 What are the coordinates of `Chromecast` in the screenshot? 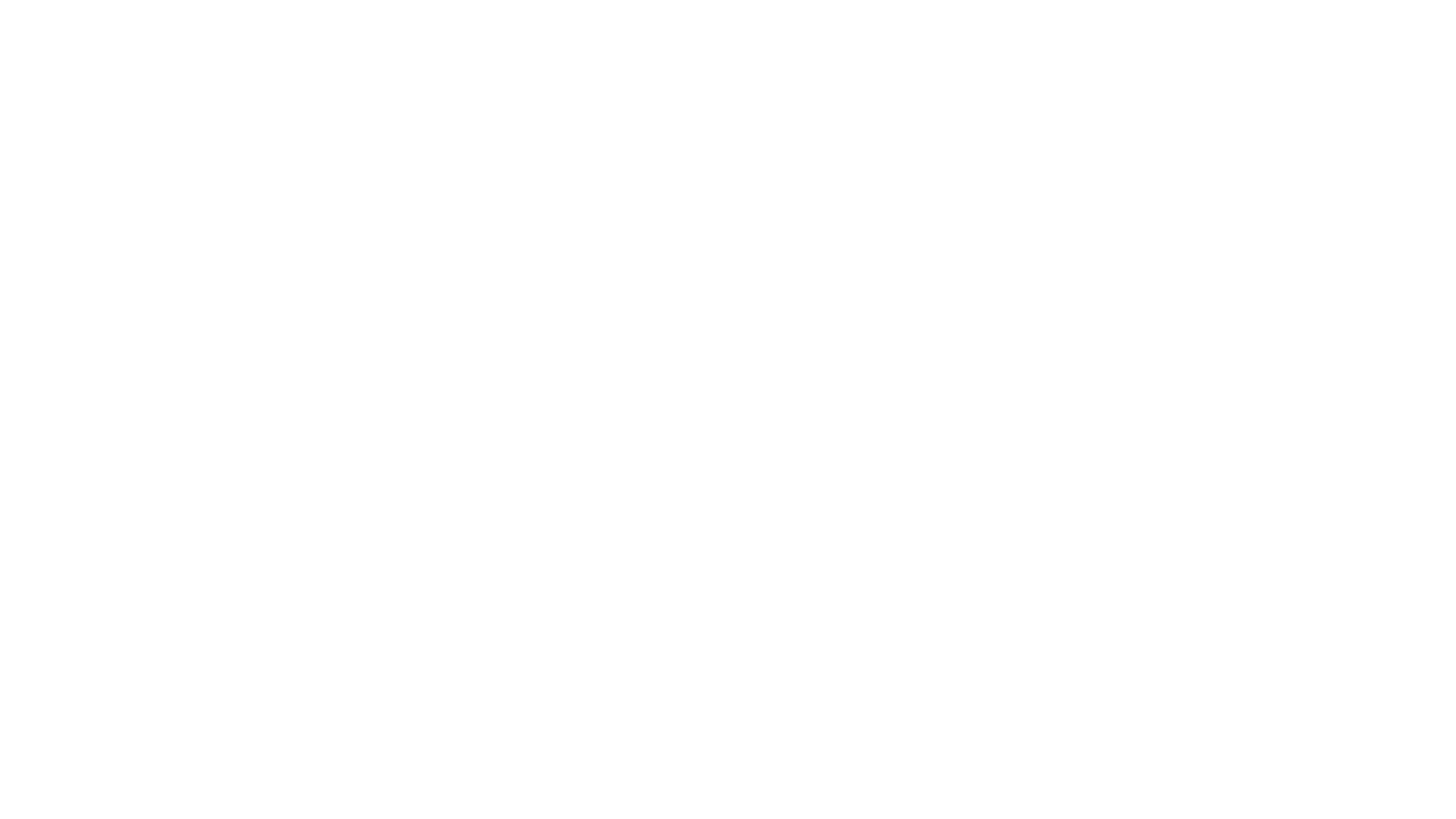 It's located at (1222, 788).